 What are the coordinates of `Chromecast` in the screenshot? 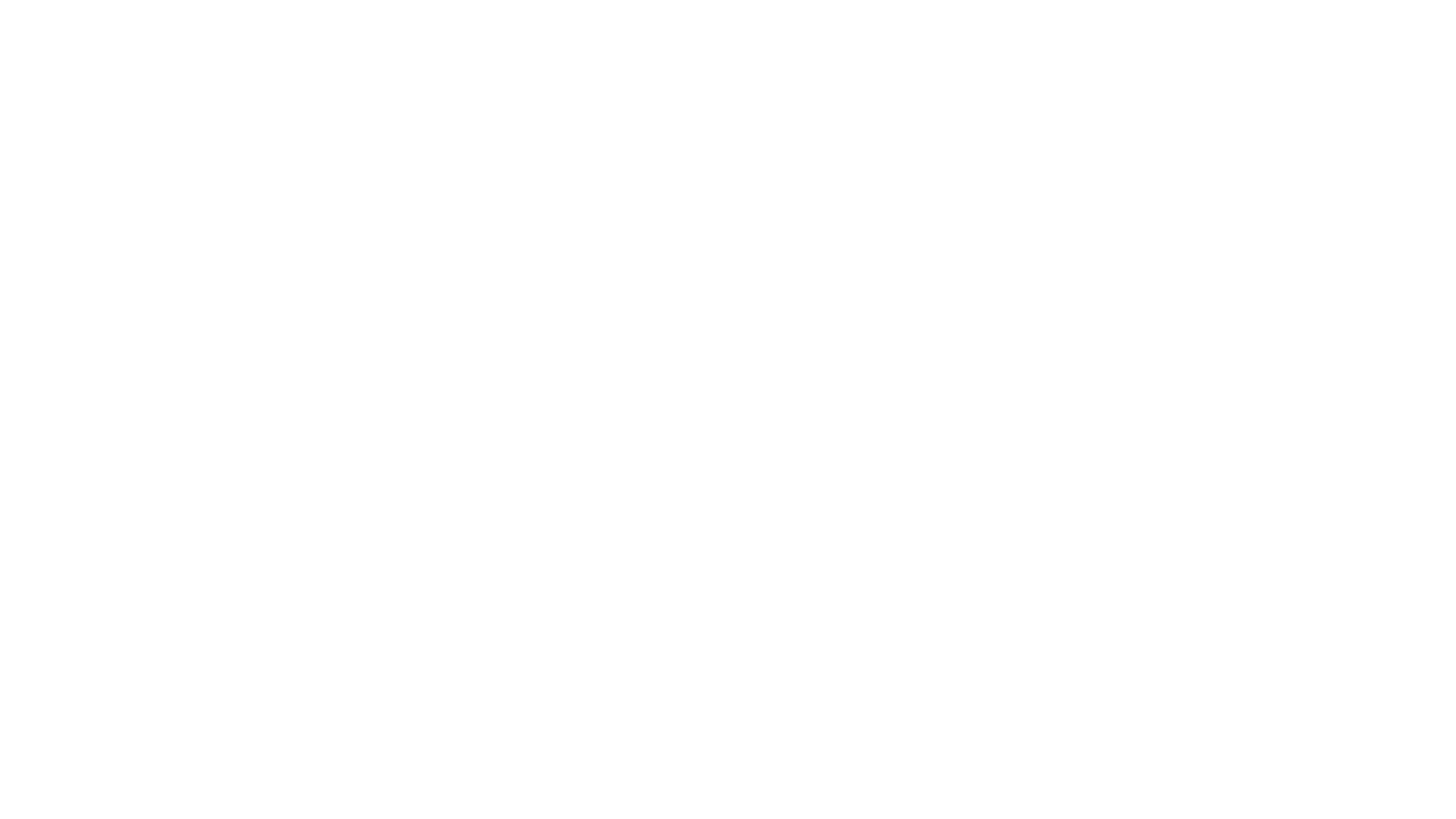 It's located at (1222, 788).